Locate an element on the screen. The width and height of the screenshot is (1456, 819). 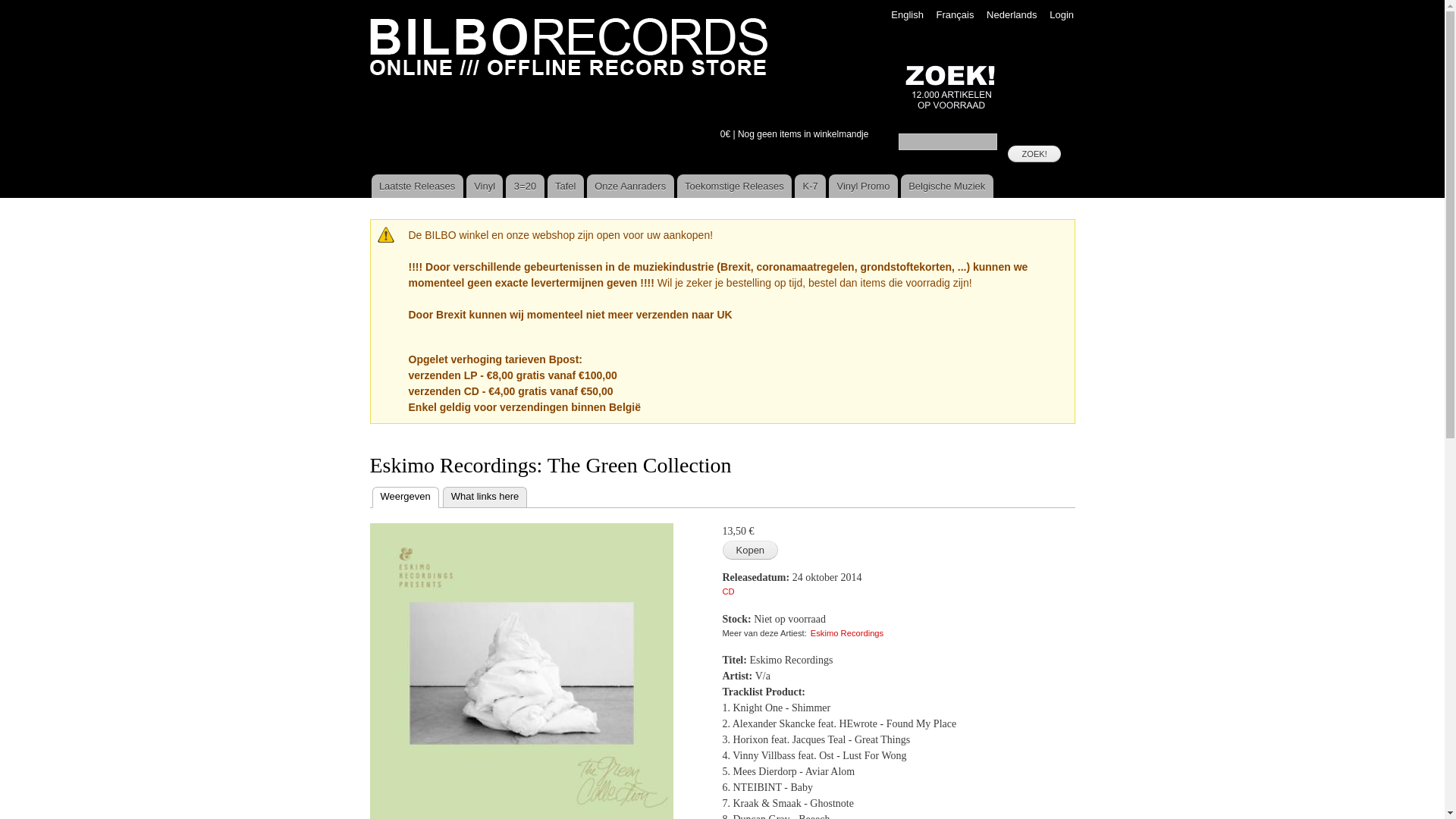
'Kopen' is located at coordinates (749, 550).